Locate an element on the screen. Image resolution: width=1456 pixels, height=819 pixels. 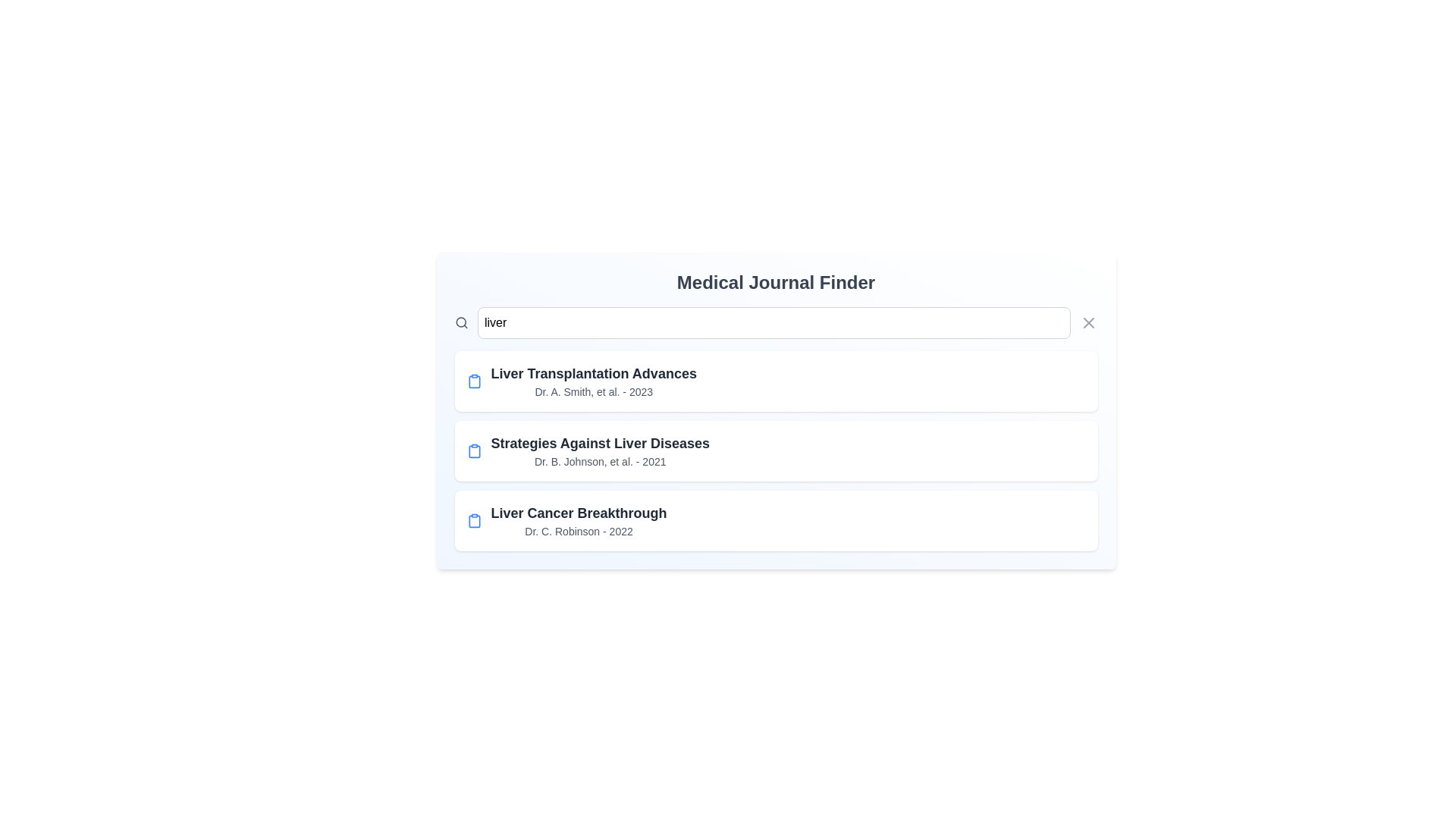
the red cross icon used to clear the input field in the 'Medical Journal Finder' application is located at coordinates (1087, 322).